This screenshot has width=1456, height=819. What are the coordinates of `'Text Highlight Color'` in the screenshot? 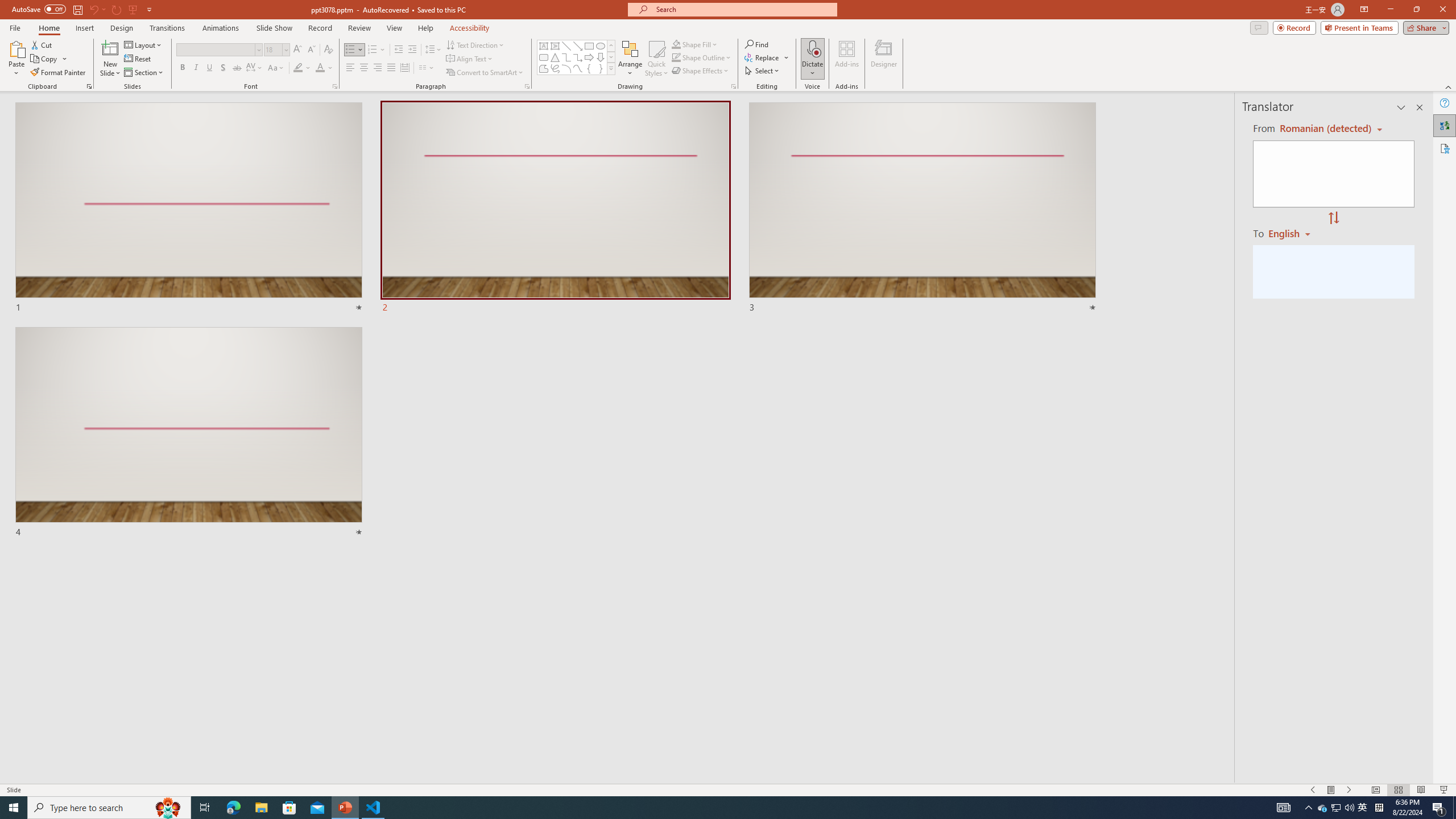 It's located at (301, 67).